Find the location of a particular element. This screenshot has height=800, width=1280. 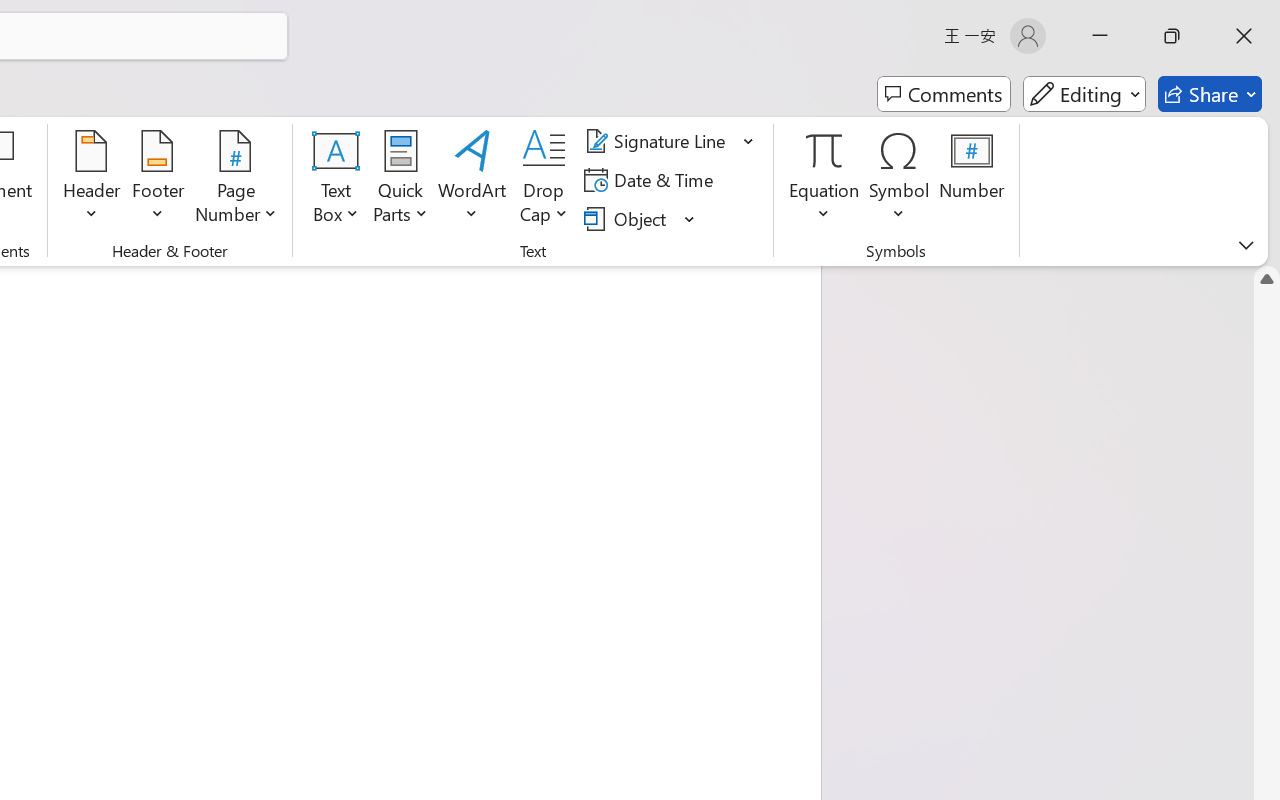

'Mode' is located at coordinates (1083, 94).